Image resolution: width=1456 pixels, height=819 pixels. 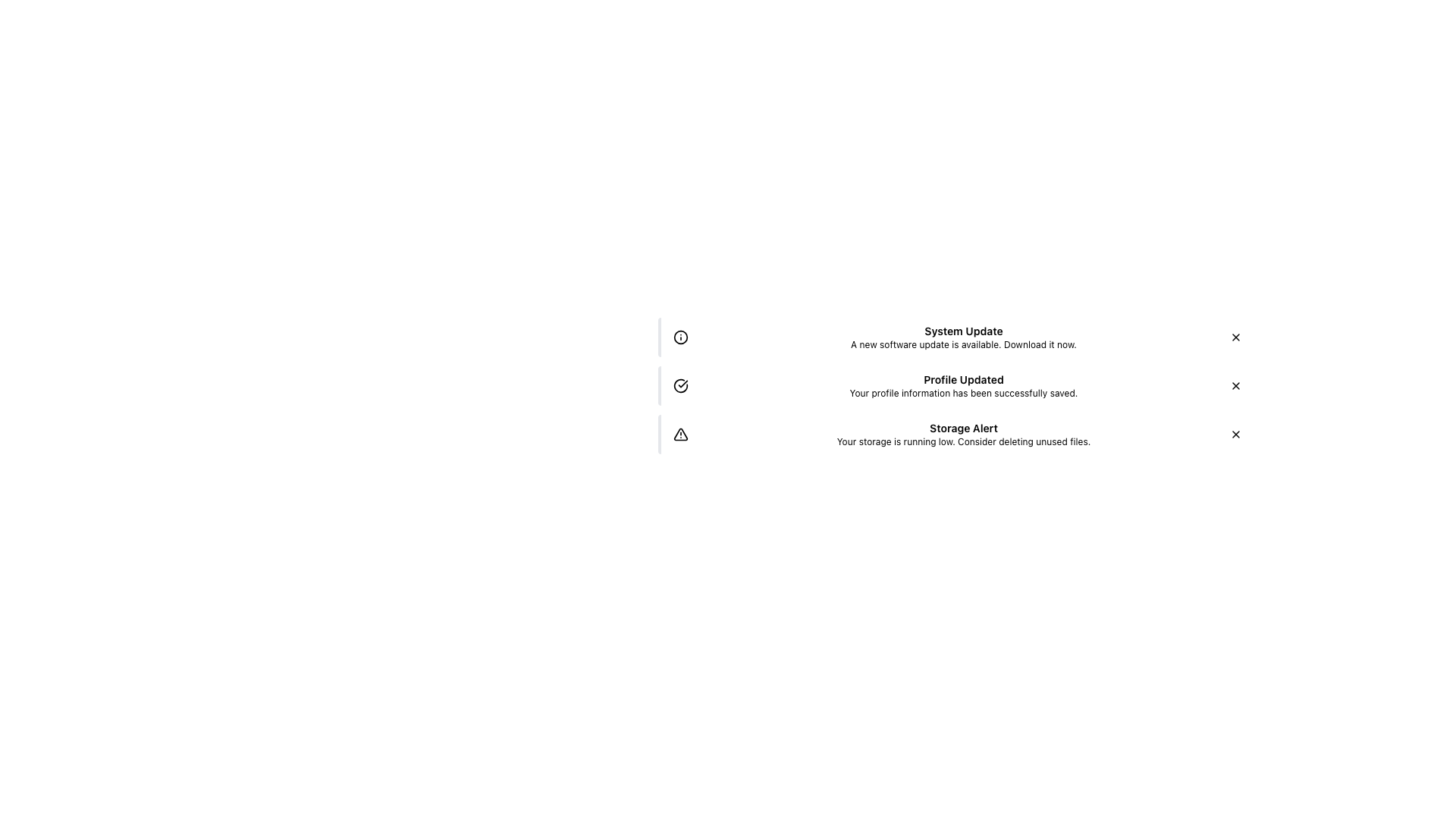 I want to click on the close button located at the rightmost side of the alert box that contains the message 'Storage Alert Your storage is running low. Consider deleting unused files.' to change its color, so click(x=1236, y=435).